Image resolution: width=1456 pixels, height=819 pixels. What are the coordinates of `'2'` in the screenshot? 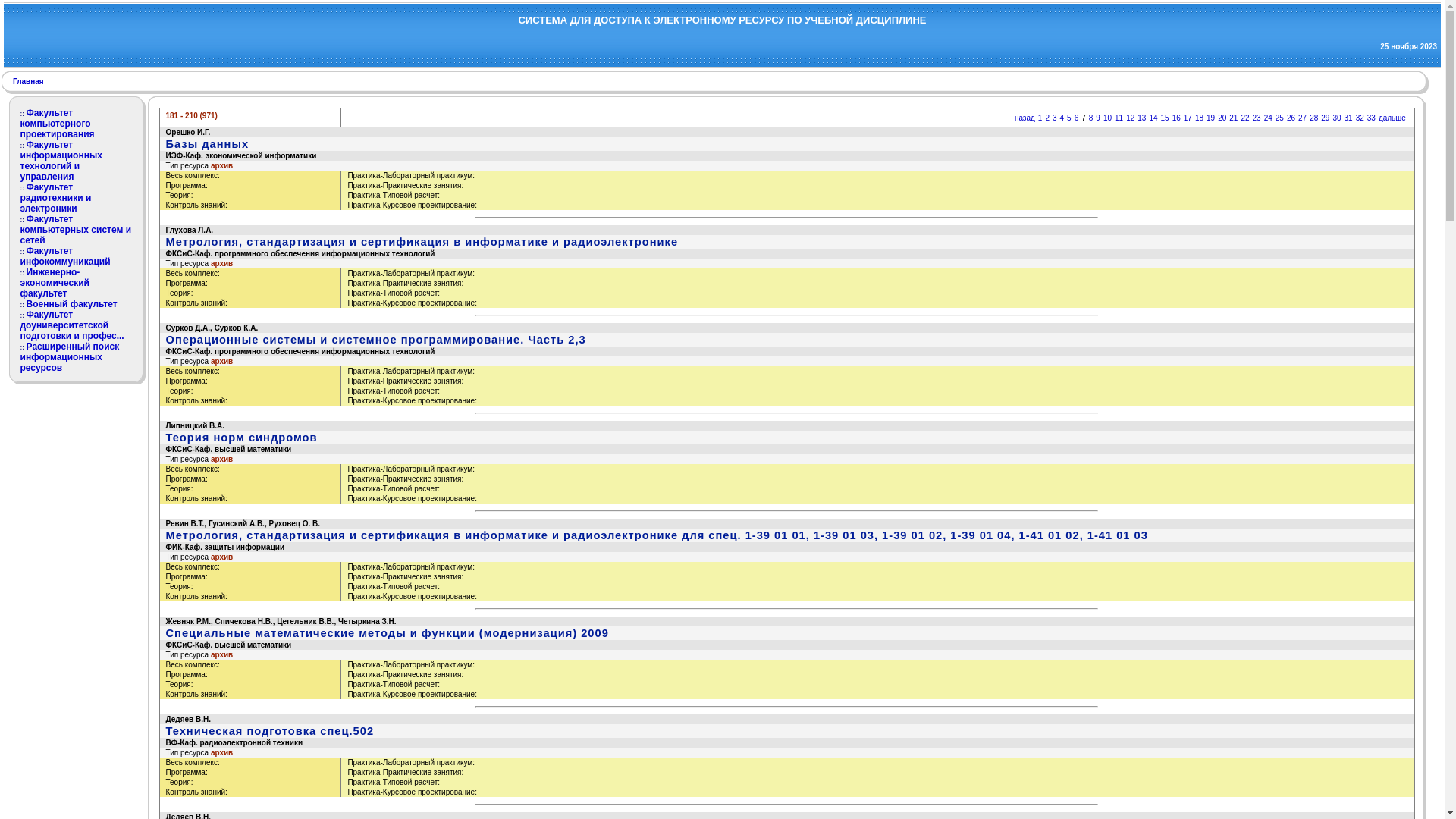 It's located at (1046, 117).